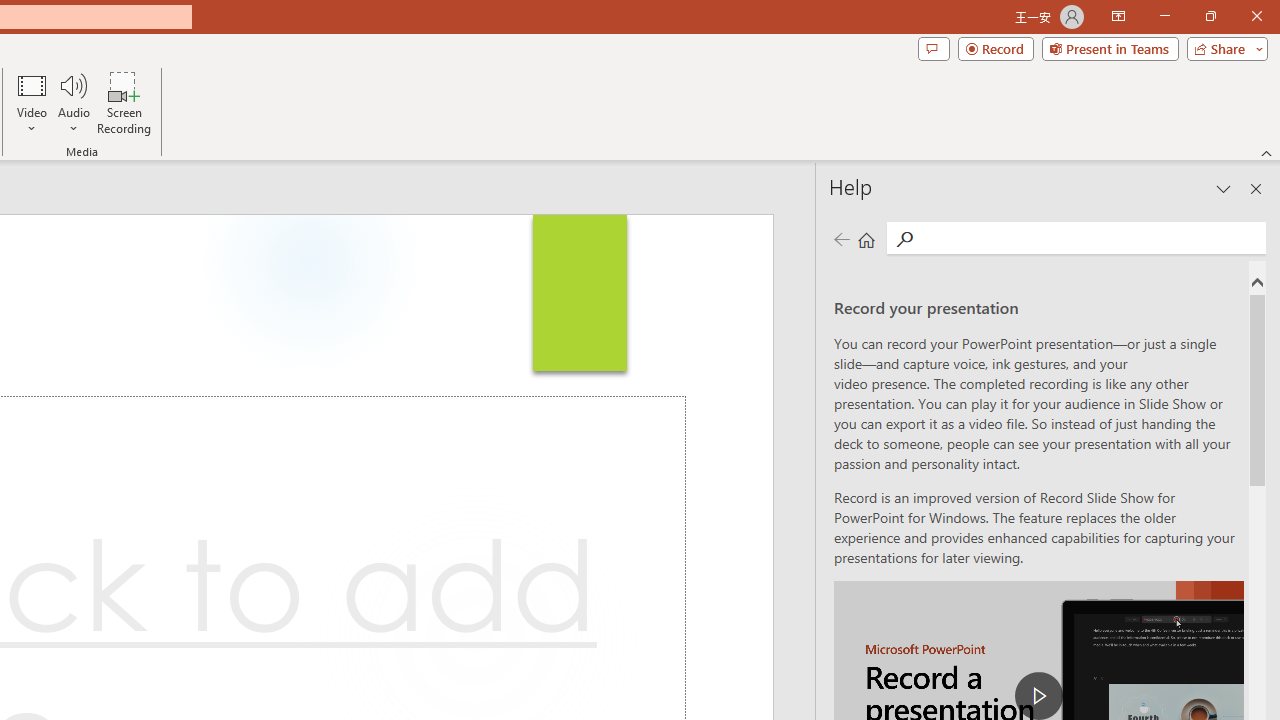  Describe the element at coordinates (32, 103) in the screenshot. I see `'Video'` at that location.